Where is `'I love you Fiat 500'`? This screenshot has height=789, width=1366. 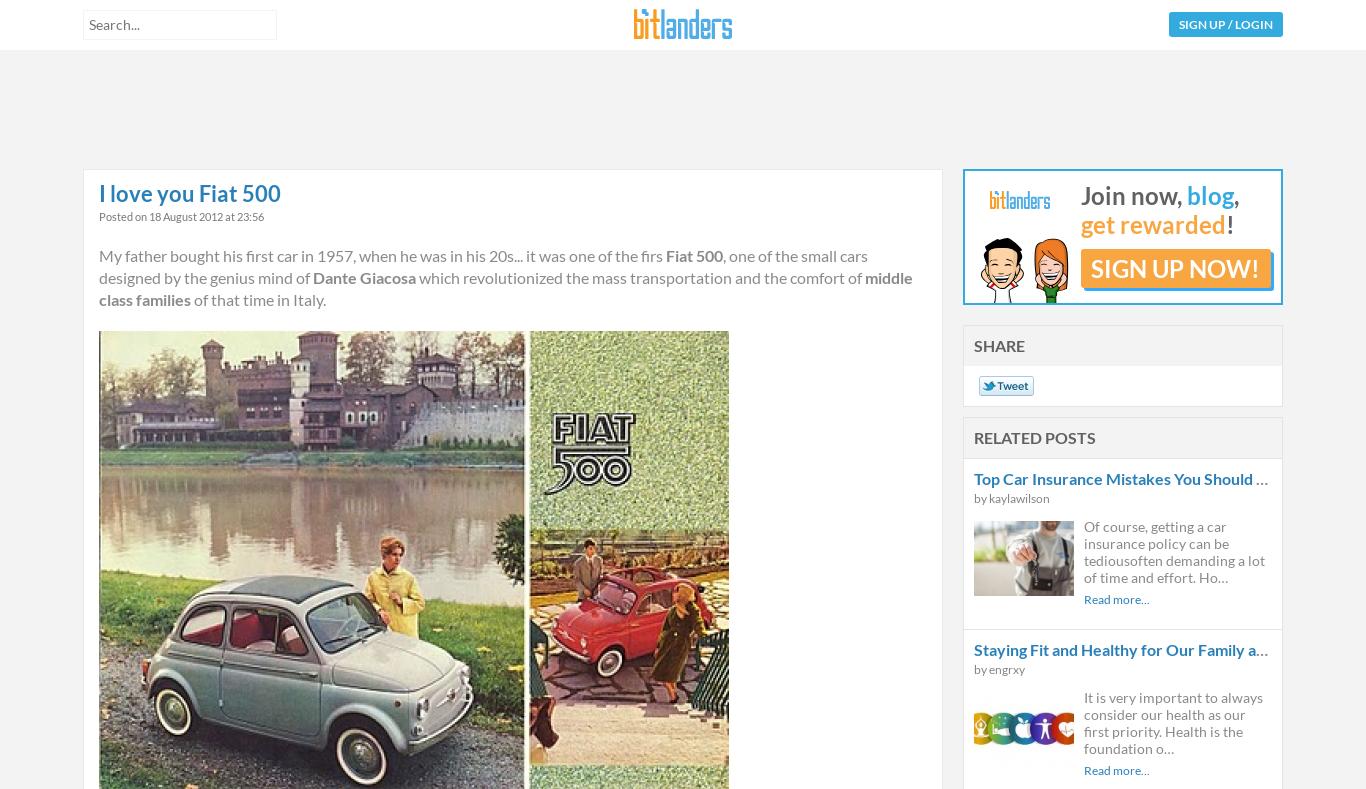
'I love you Fiat 500' is located at coordinates (189, 192).